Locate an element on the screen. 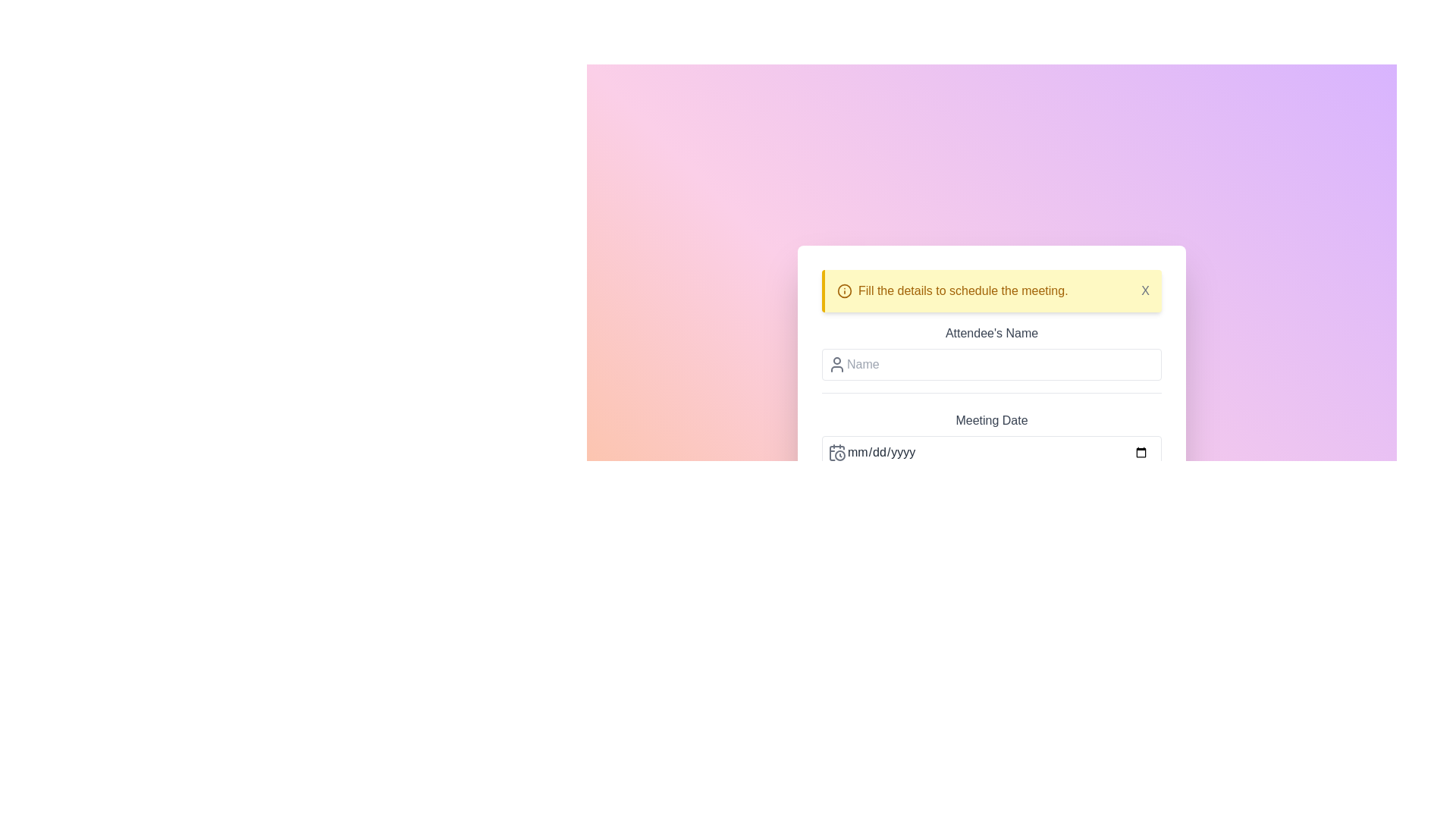  the small gray 'X' button located on the far right of the notification banner is located at coordinates (1145, 291).